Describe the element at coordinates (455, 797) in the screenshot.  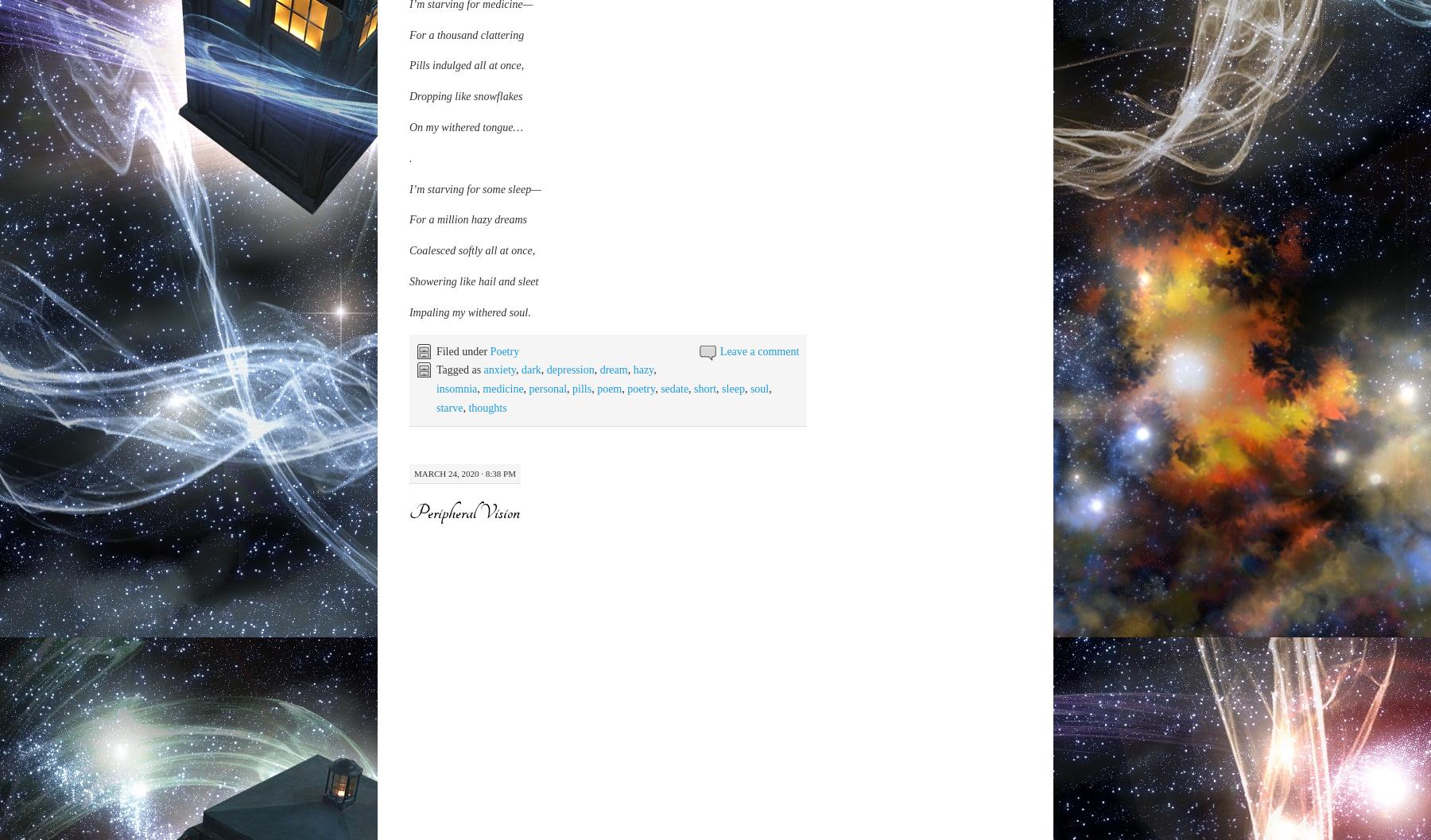
I see `'But it seems that I’m'` at that location.